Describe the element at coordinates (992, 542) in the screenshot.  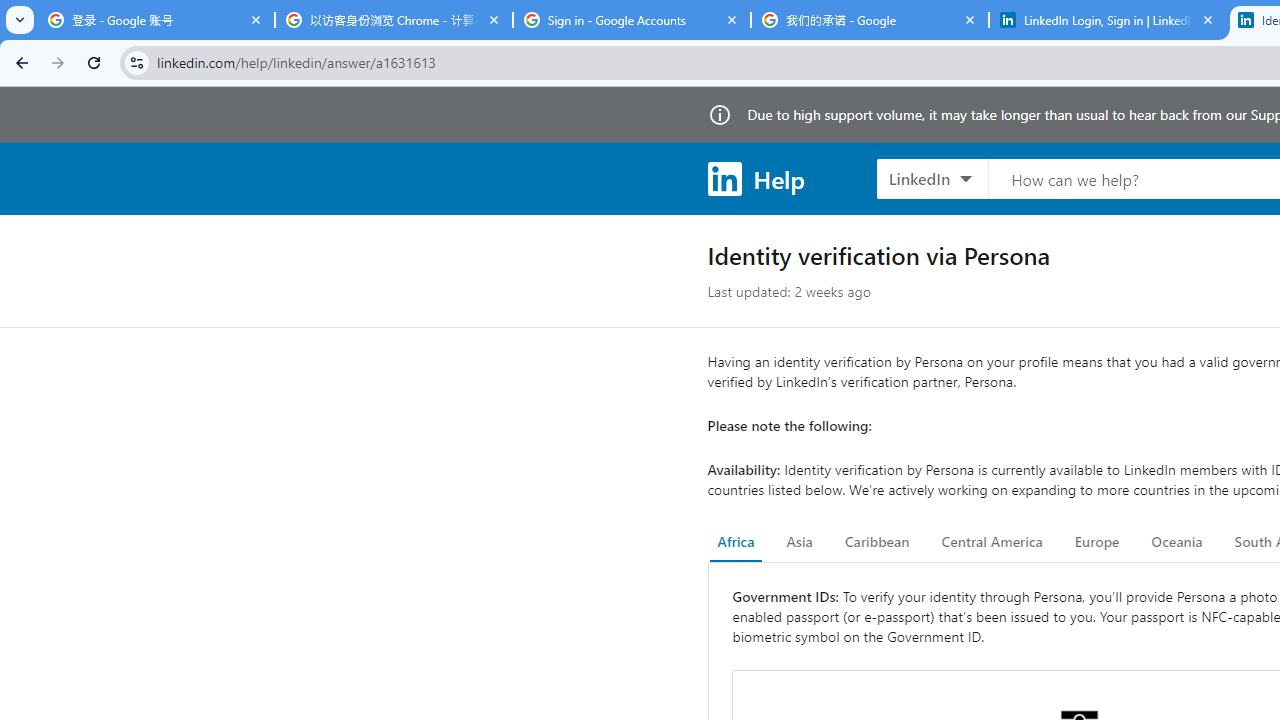
I see `'Central America'` at that location.